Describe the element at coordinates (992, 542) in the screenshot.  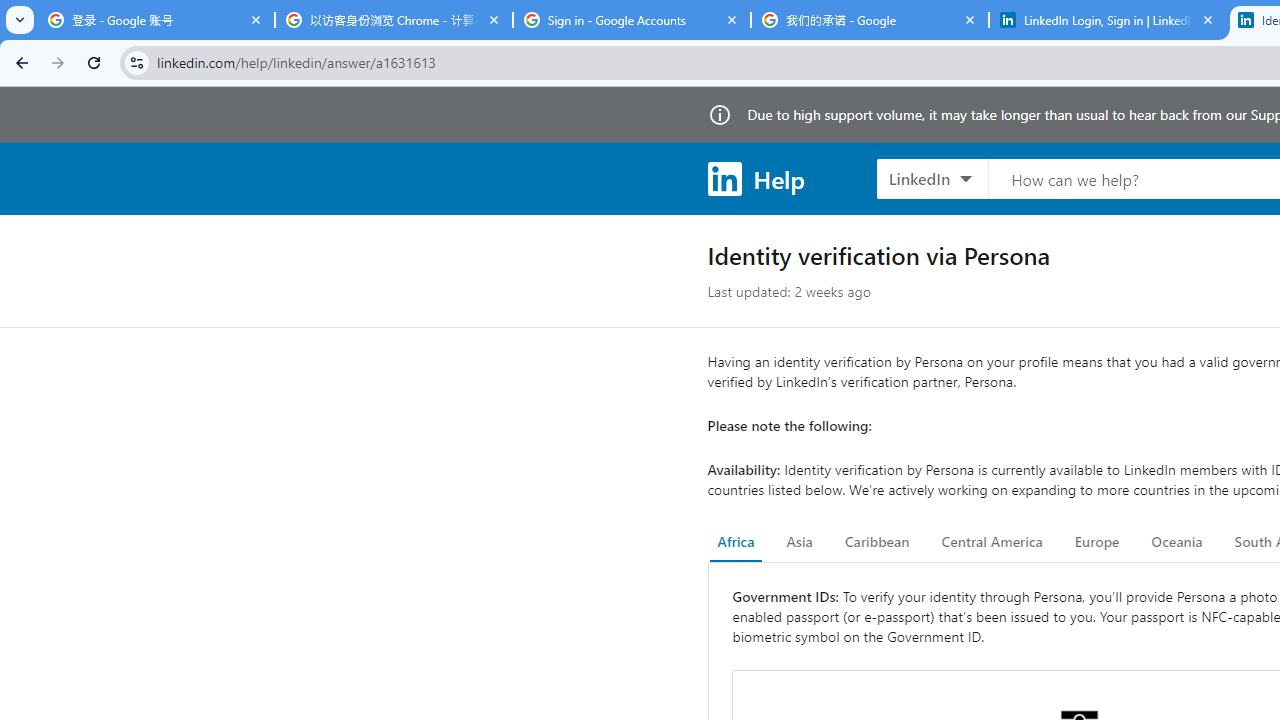
I see `'Central America'` at that location.